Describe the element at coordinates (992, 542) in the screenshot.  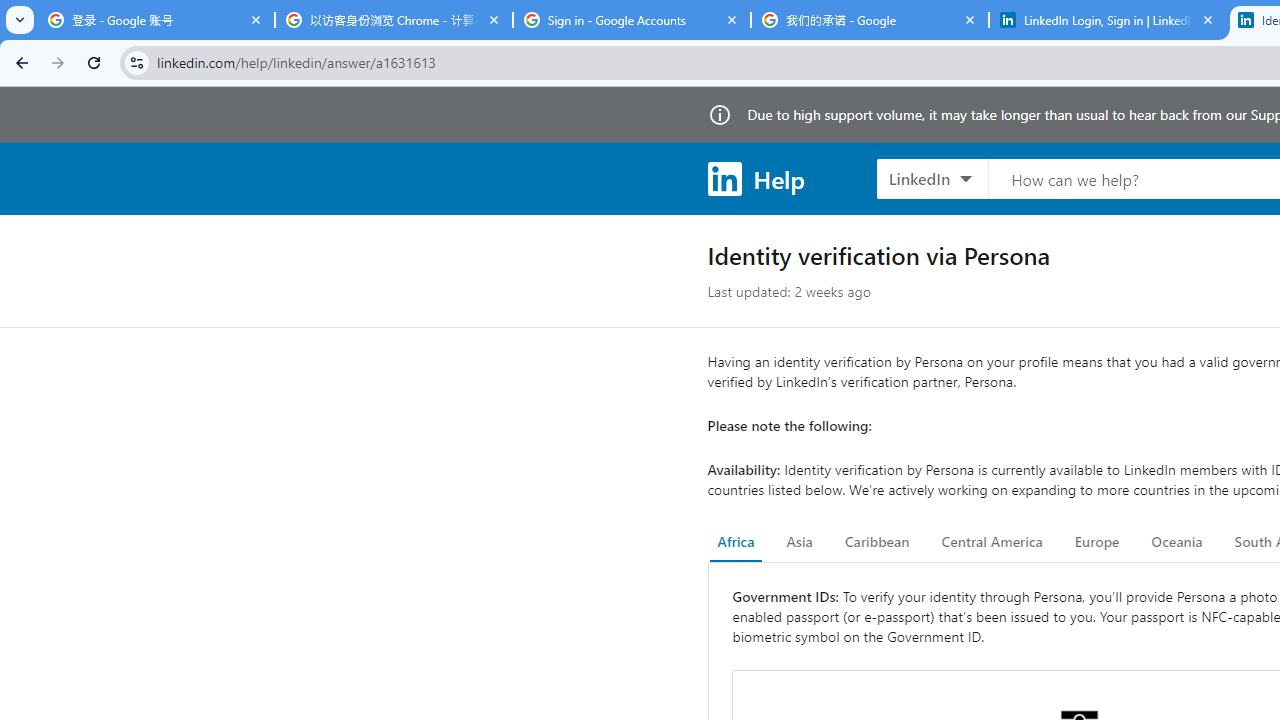
I see `'Central America'` at that location.